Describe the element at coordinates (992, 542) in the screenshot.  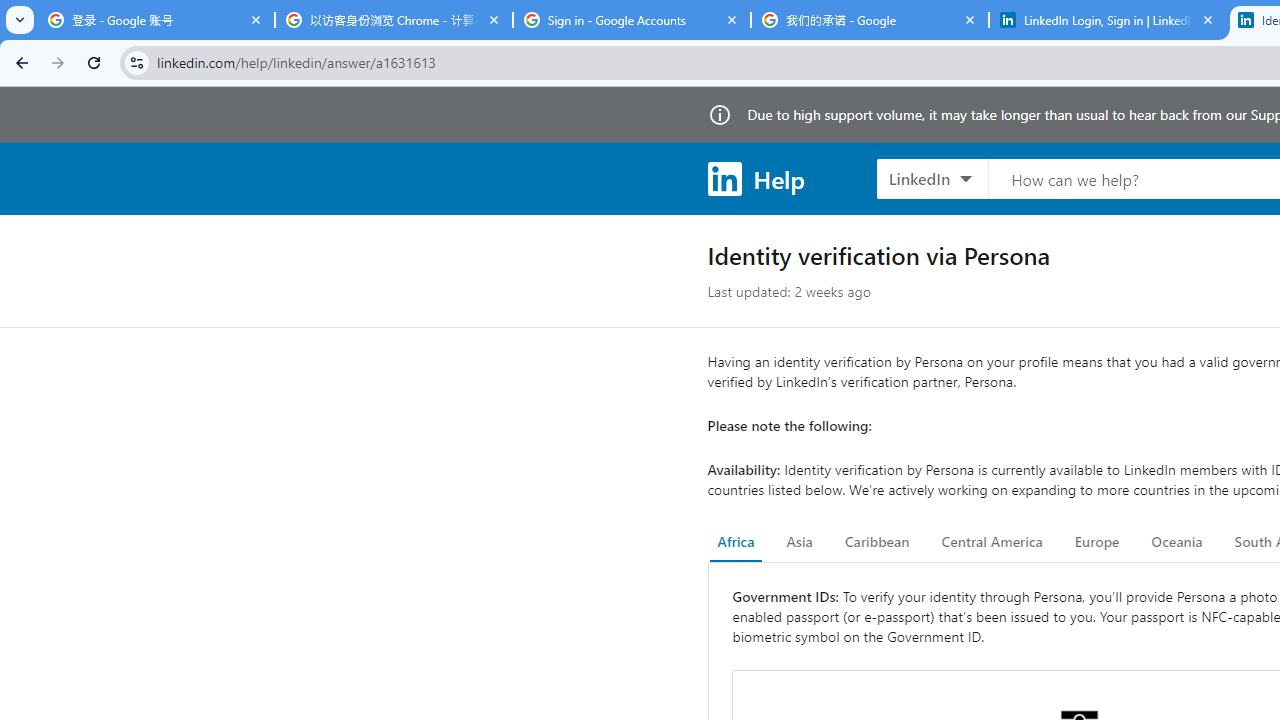
I see `'Central America'` at that location.